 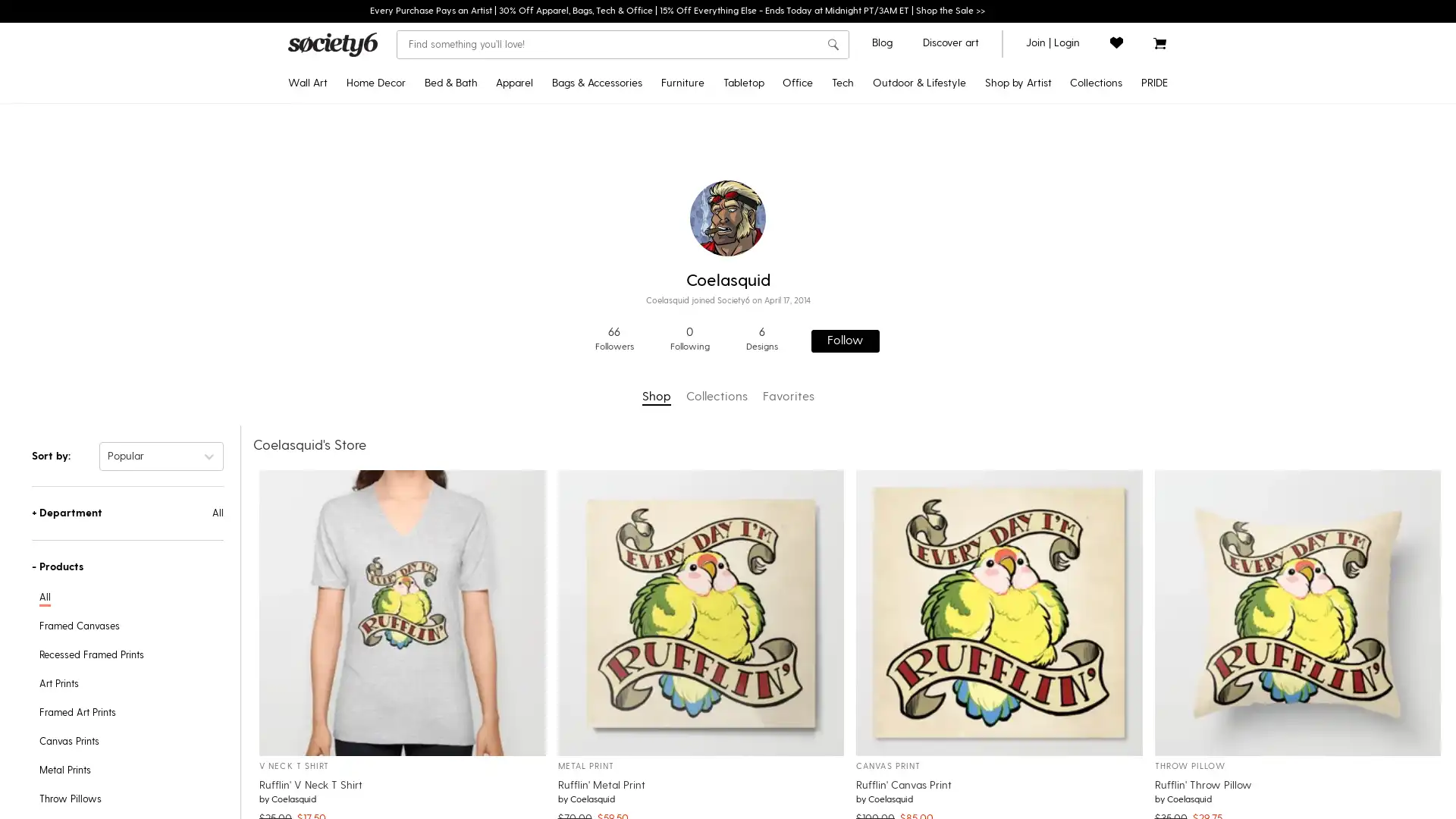 What do you see at coordinates (977, 219) in the screenshot?
I see `Discover AAPI Artists` at bounding box center [977, 219].